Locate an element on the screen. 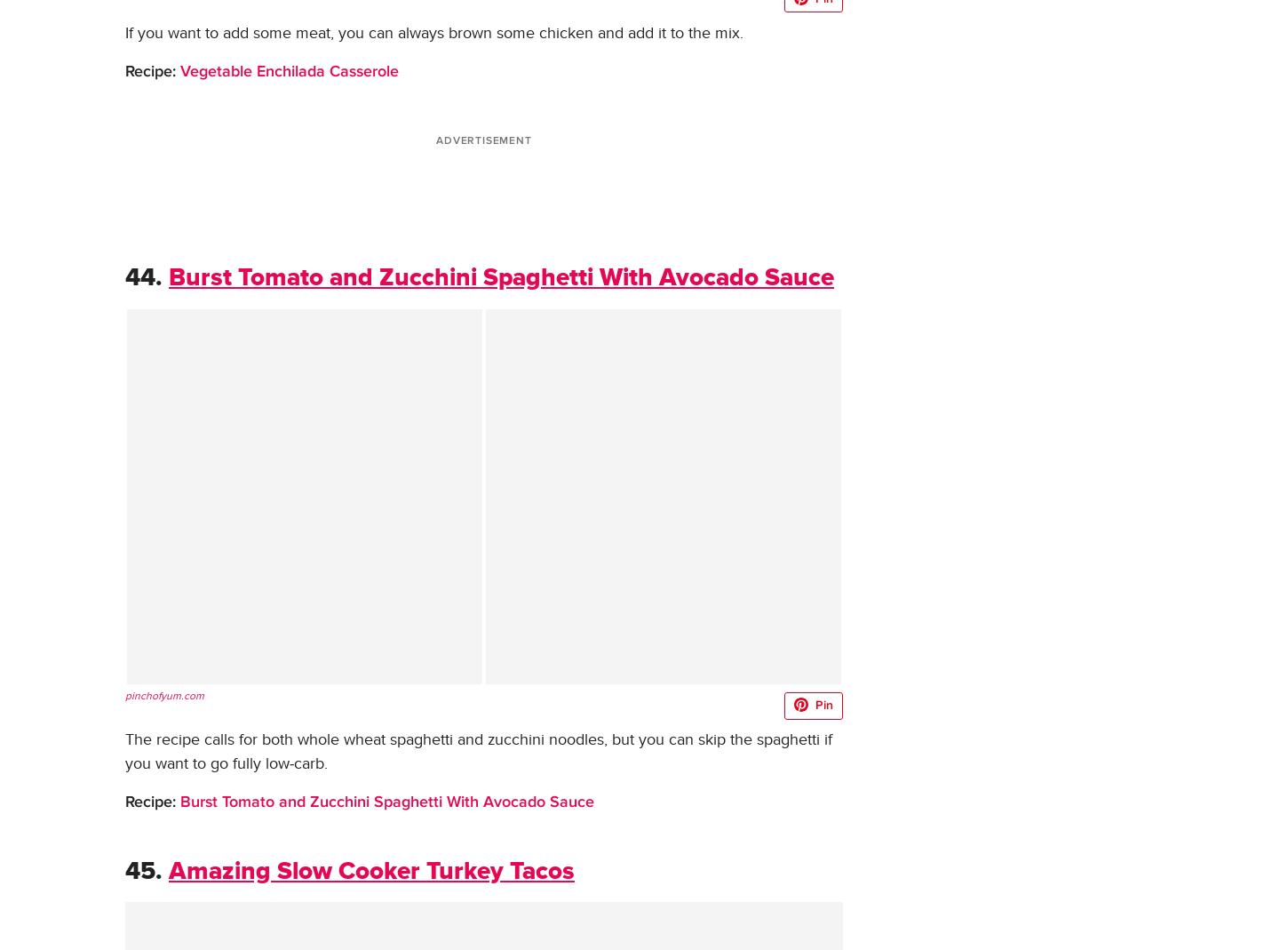 The width and height of the screenshot is (1288, 950). '45.' is located at coordinates (142, 872).